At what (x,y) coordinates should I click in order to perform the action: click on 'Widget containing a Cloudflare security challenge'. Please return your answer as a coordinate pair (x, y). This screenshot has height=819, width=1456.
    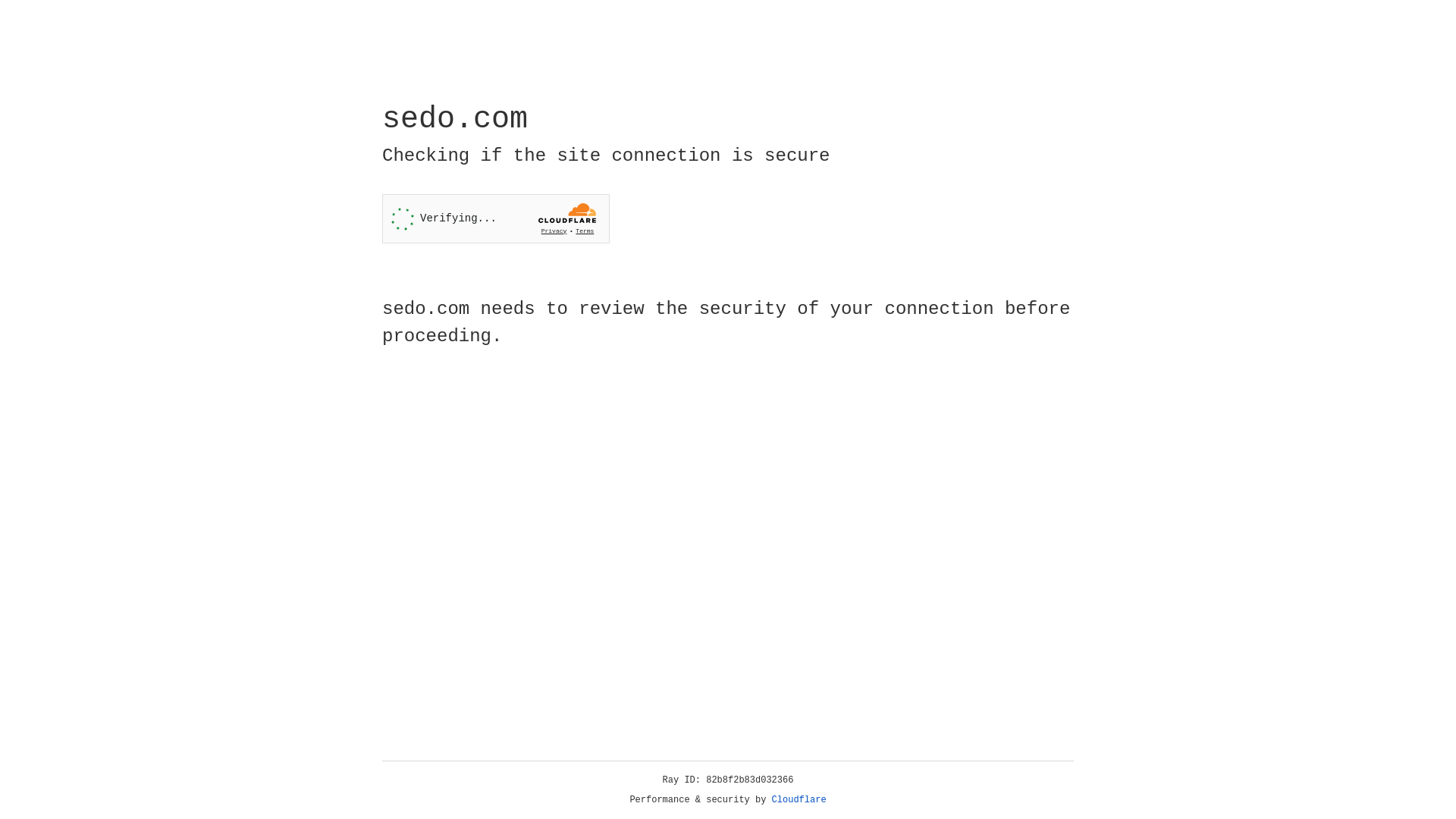
    Looking at the image, I should click on (495, 218).